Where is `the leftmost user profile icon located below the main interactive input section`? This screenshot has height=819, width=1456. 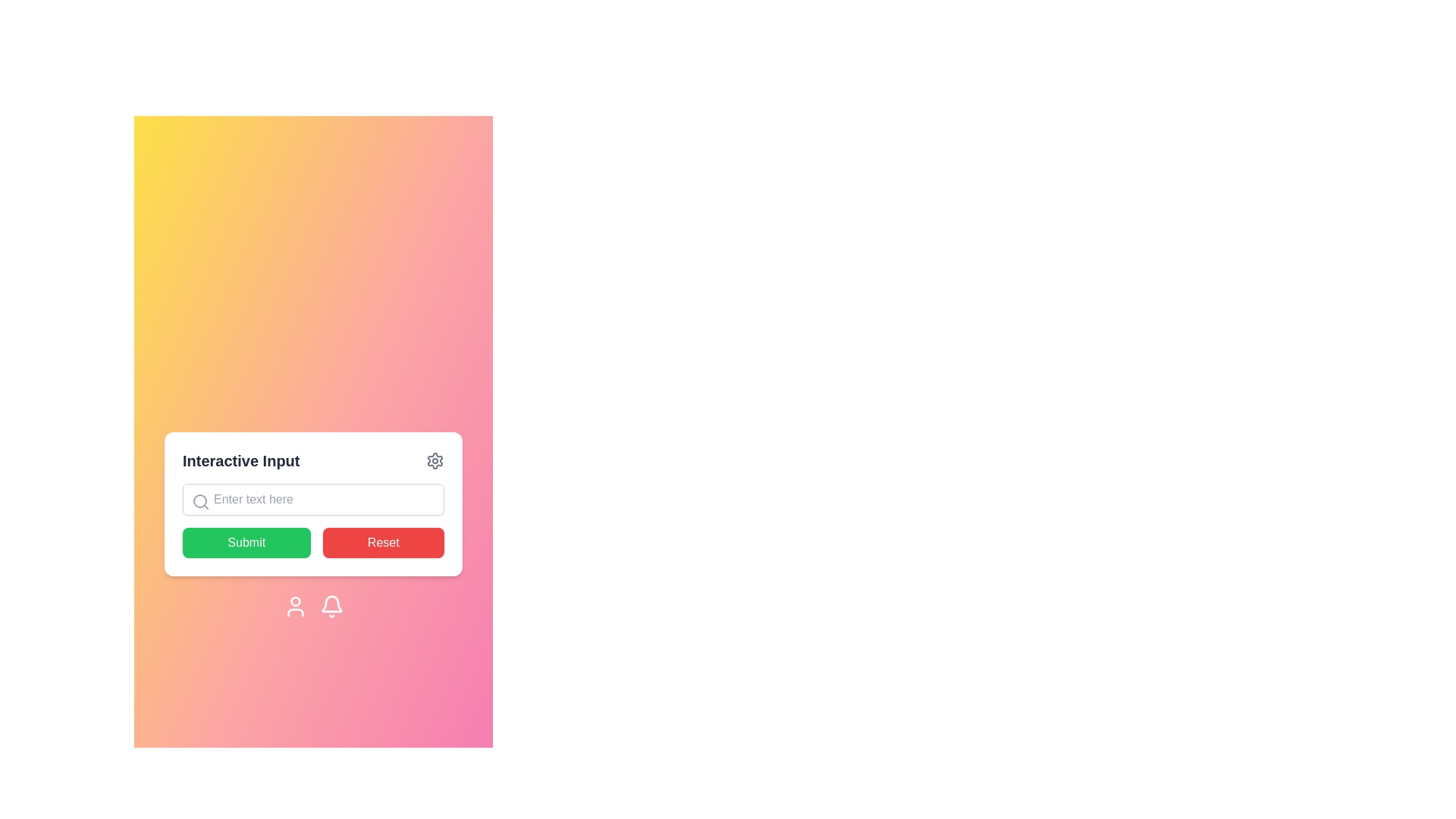 the leftmost user profile icon located below the main interactive input section is located at coordinates (295, 605).